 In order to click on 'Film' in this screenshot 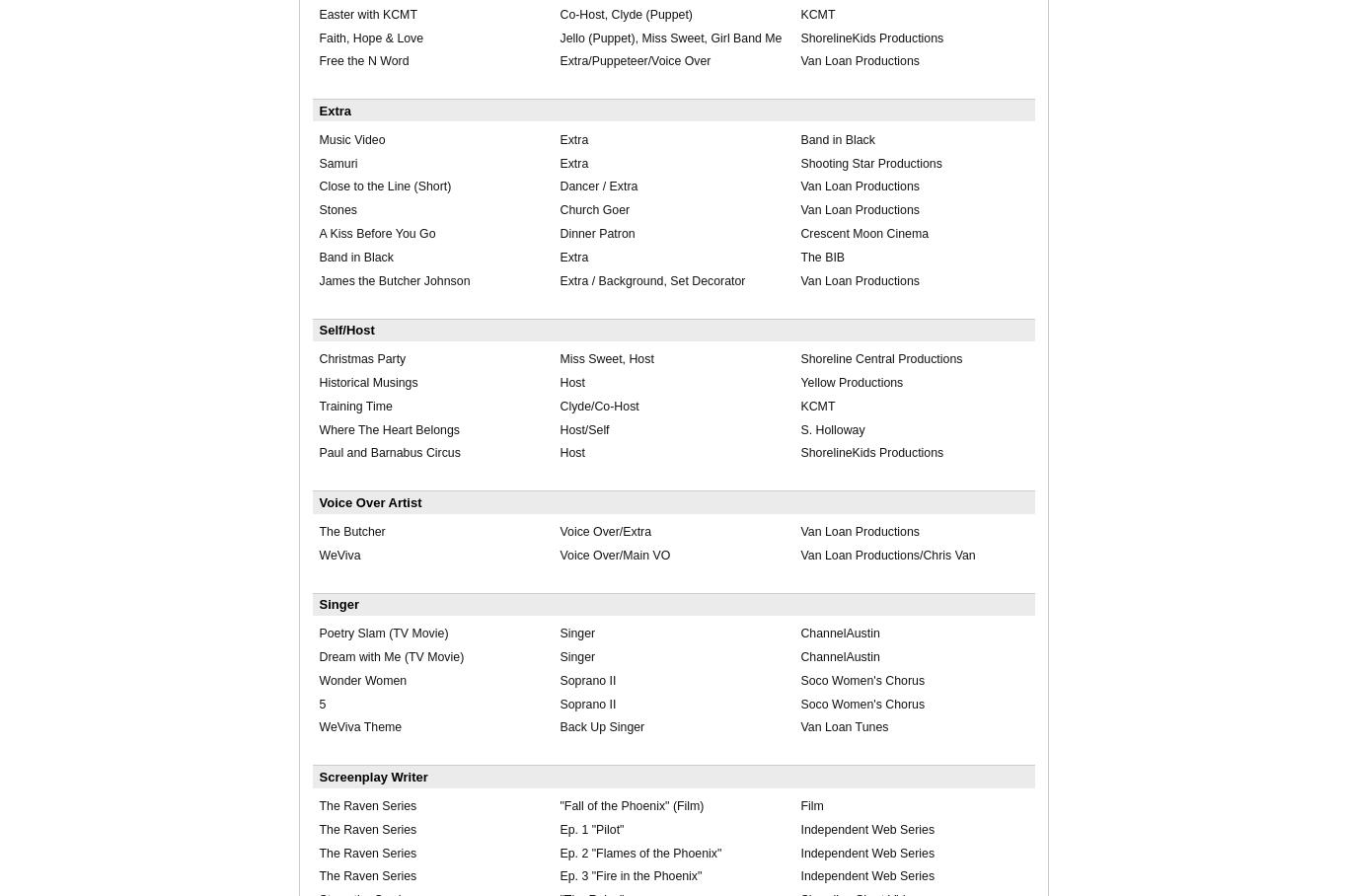, I will do `click(798, 805)`.